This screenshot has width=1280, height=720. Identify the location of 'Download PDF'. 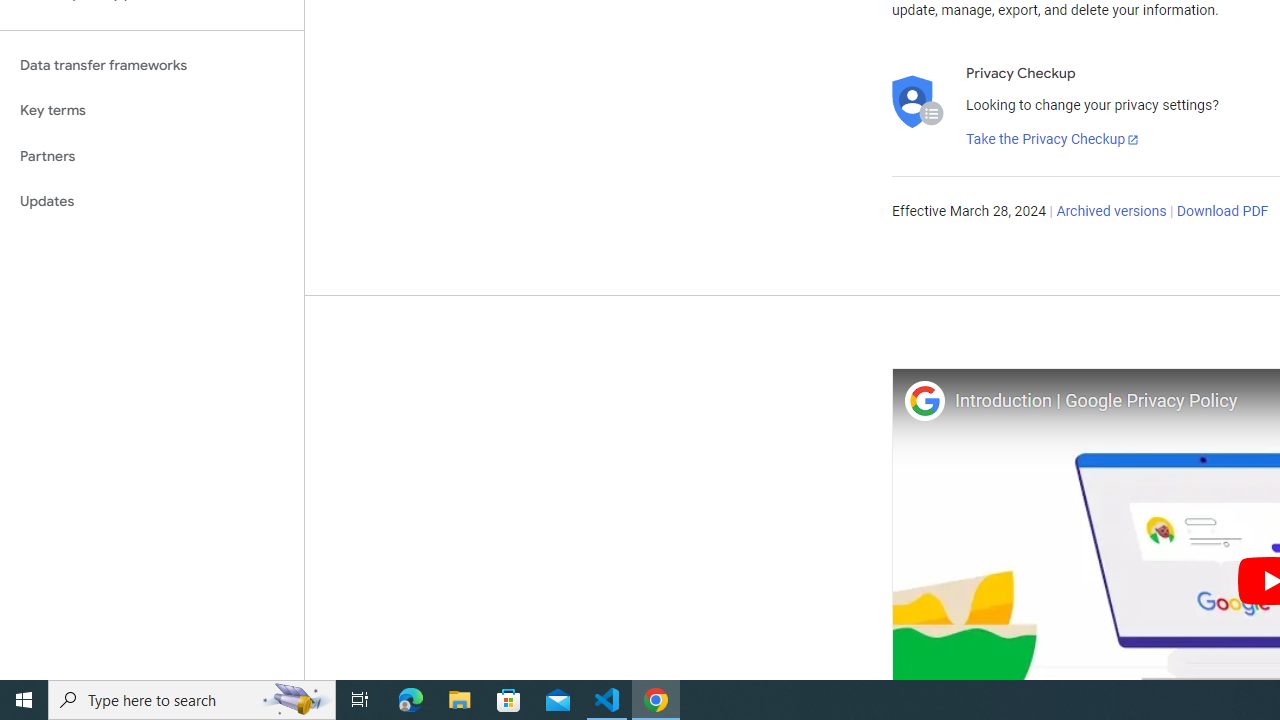
(1221, 212).